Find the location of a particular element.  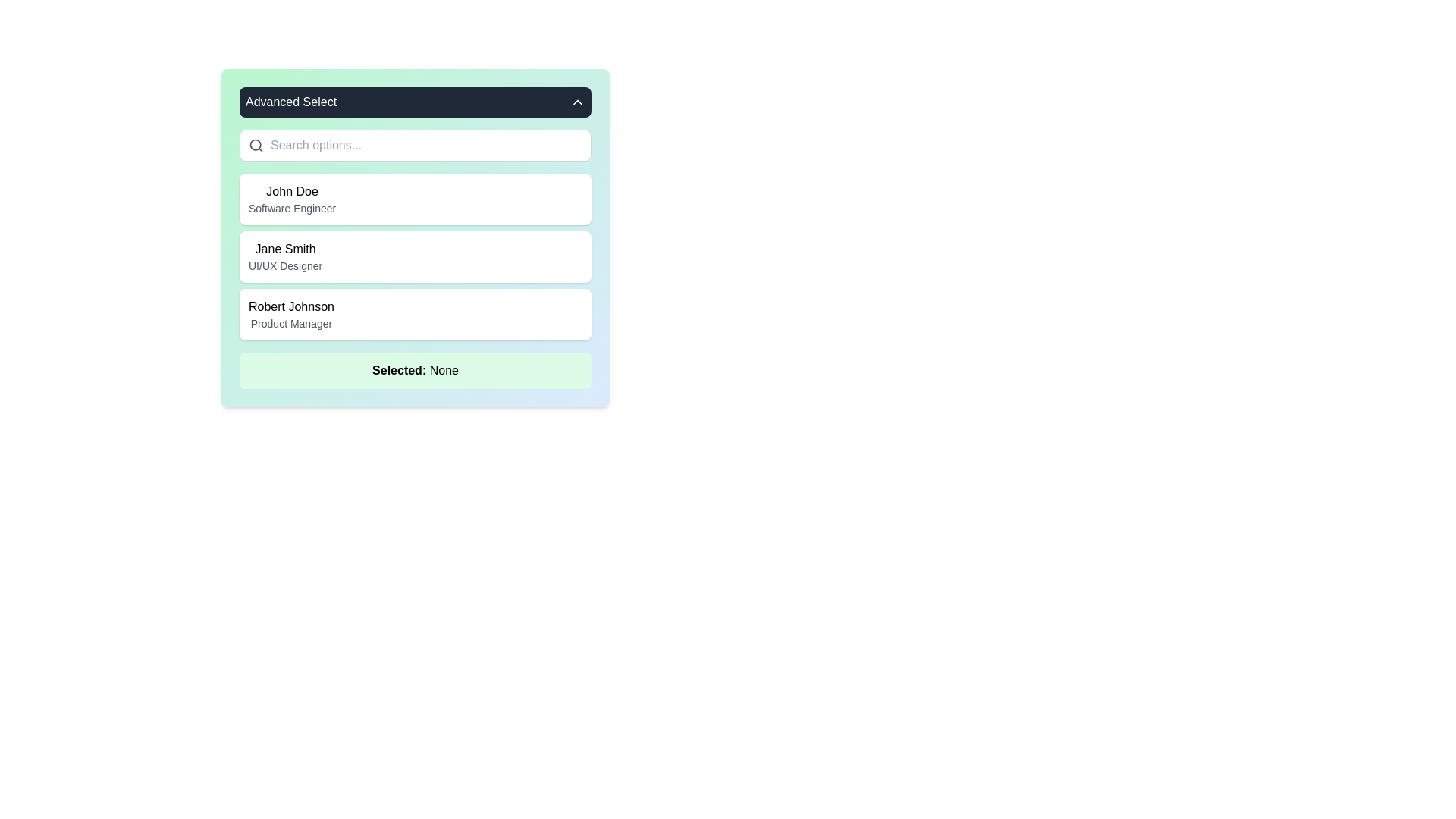

the second list item displaying 'Jane Smith' and 'UI/UX Designer' in the 'Advanced Select' component is located at coordinates (415, 259).